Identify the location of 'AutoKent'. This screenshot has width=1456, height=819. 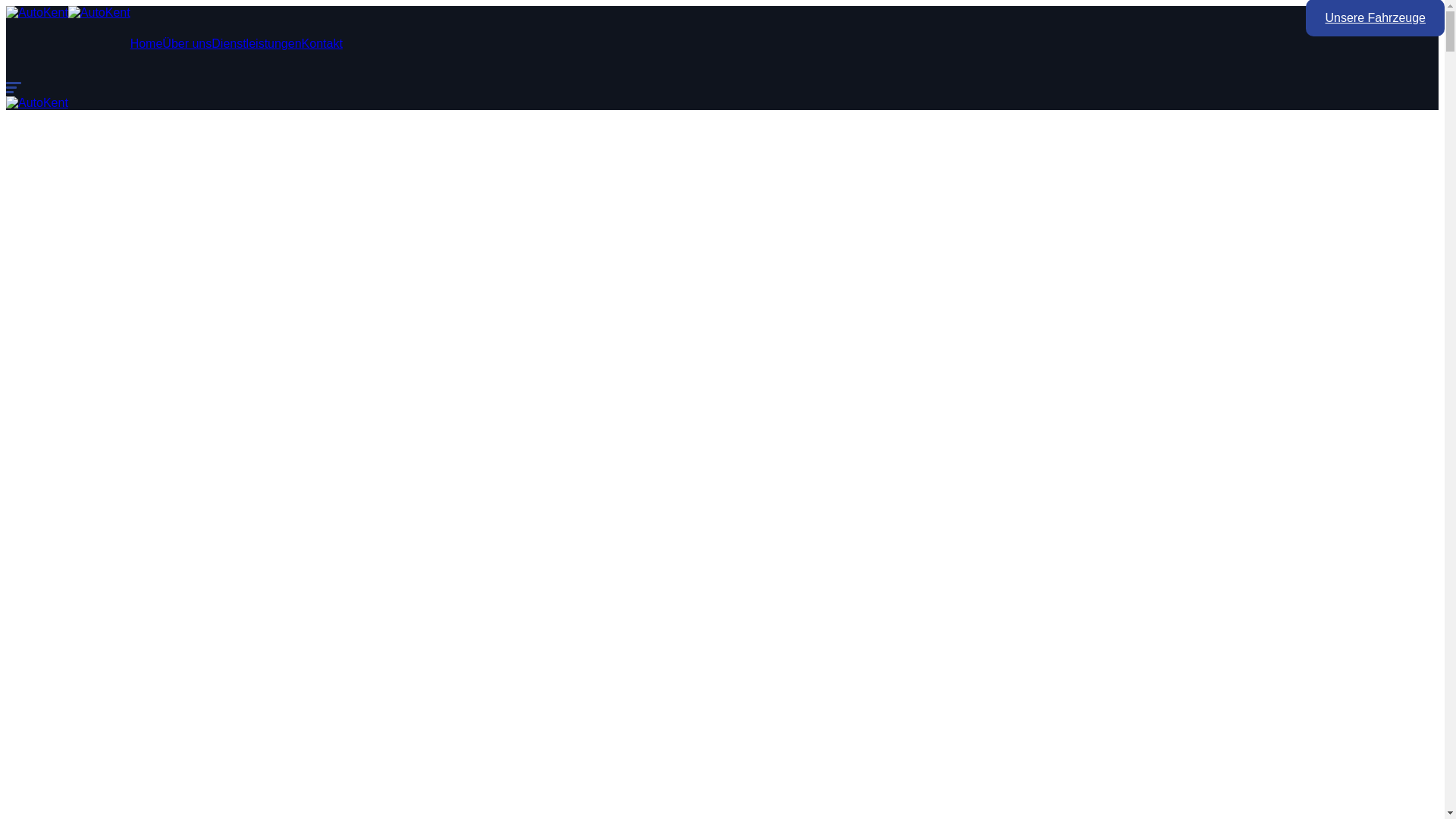
(6, 102).